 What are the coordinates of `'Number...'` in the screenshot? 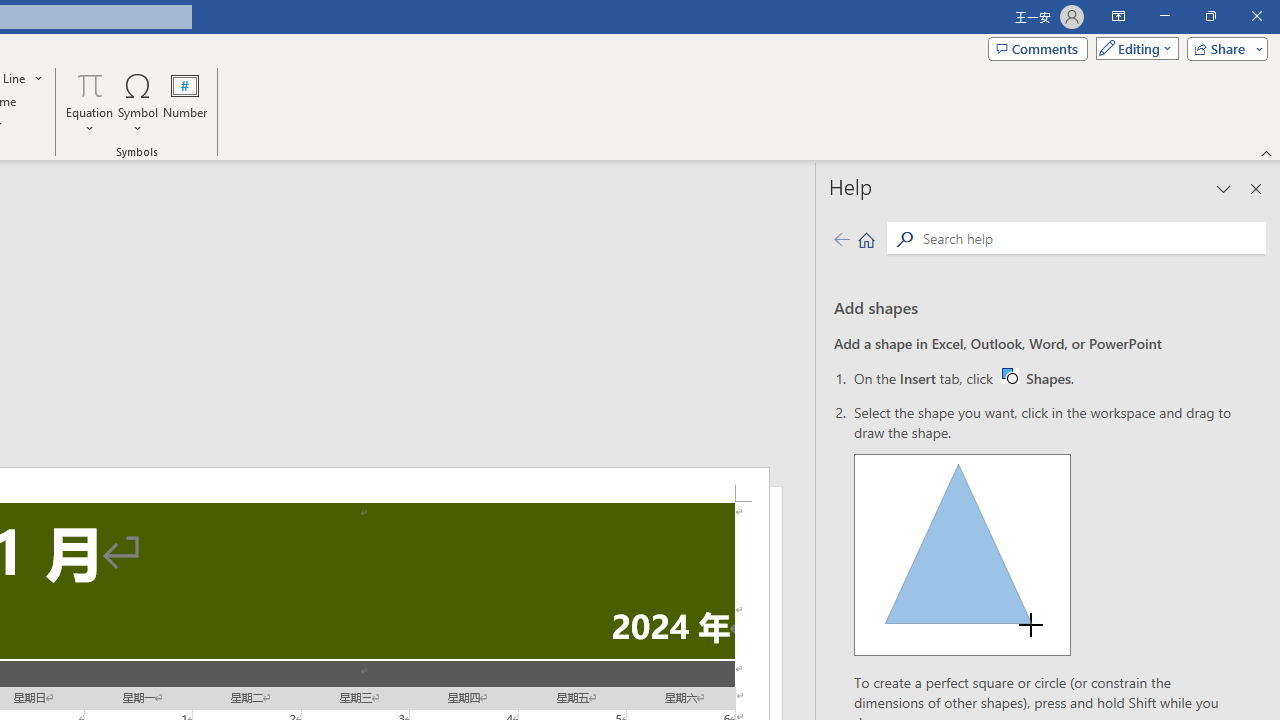 It's located at (185, 103).